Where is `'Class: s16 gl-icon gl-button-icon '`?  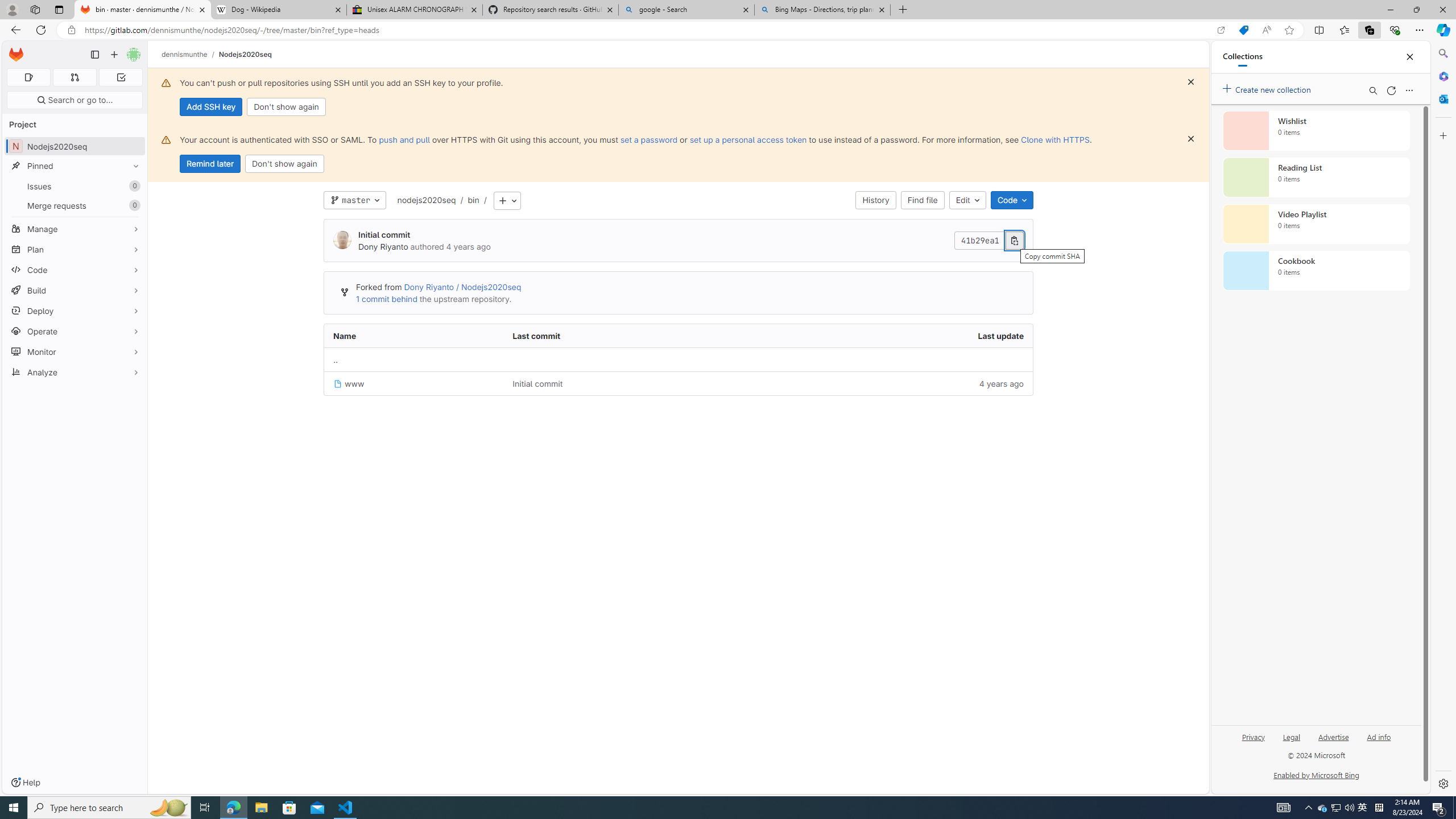 'Class: s16 gl-icon gl-button-icon ' is located at coordinates (1191, 139).